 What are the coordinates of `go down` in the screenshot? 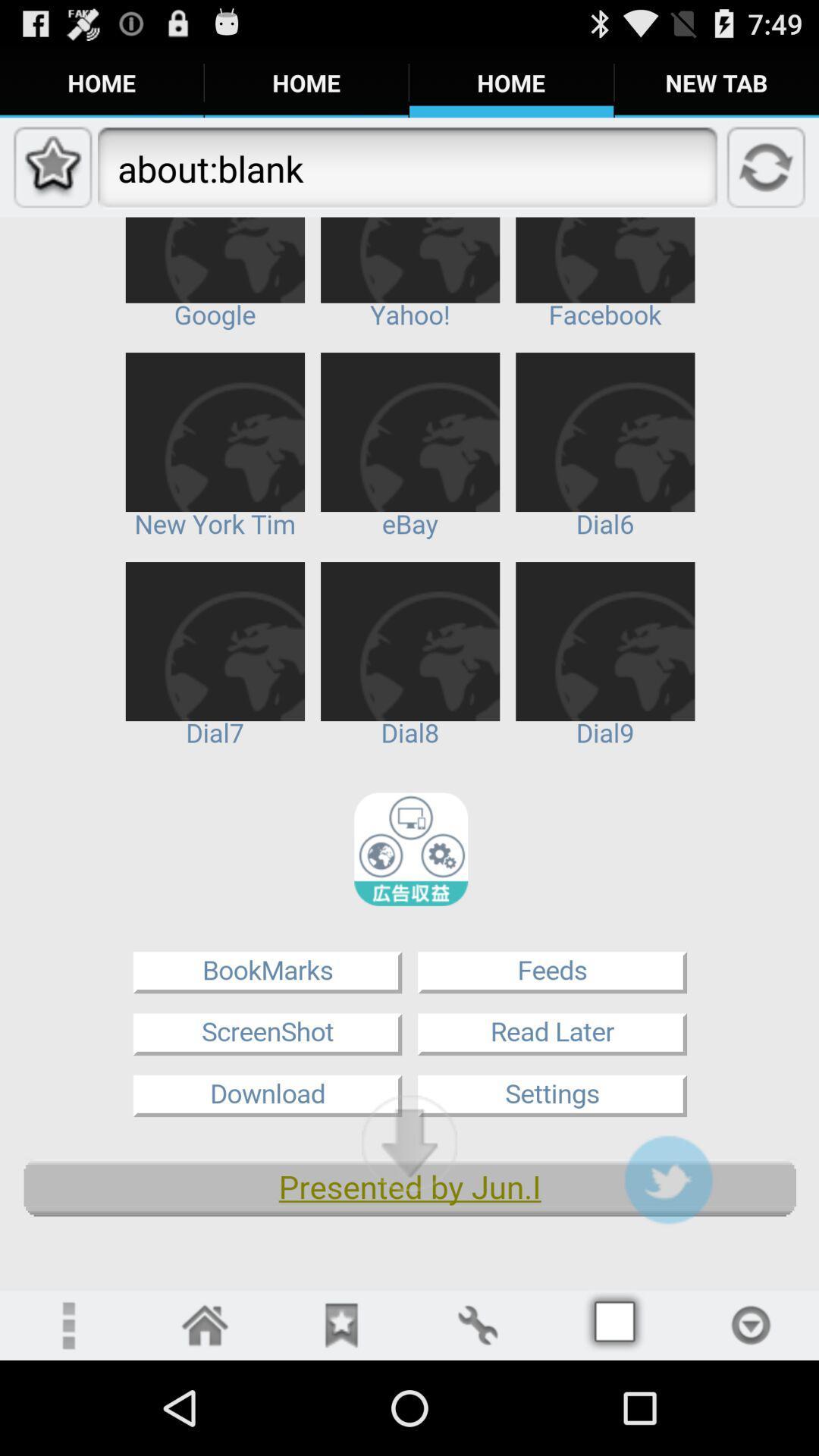 It's located at (409, 1143).